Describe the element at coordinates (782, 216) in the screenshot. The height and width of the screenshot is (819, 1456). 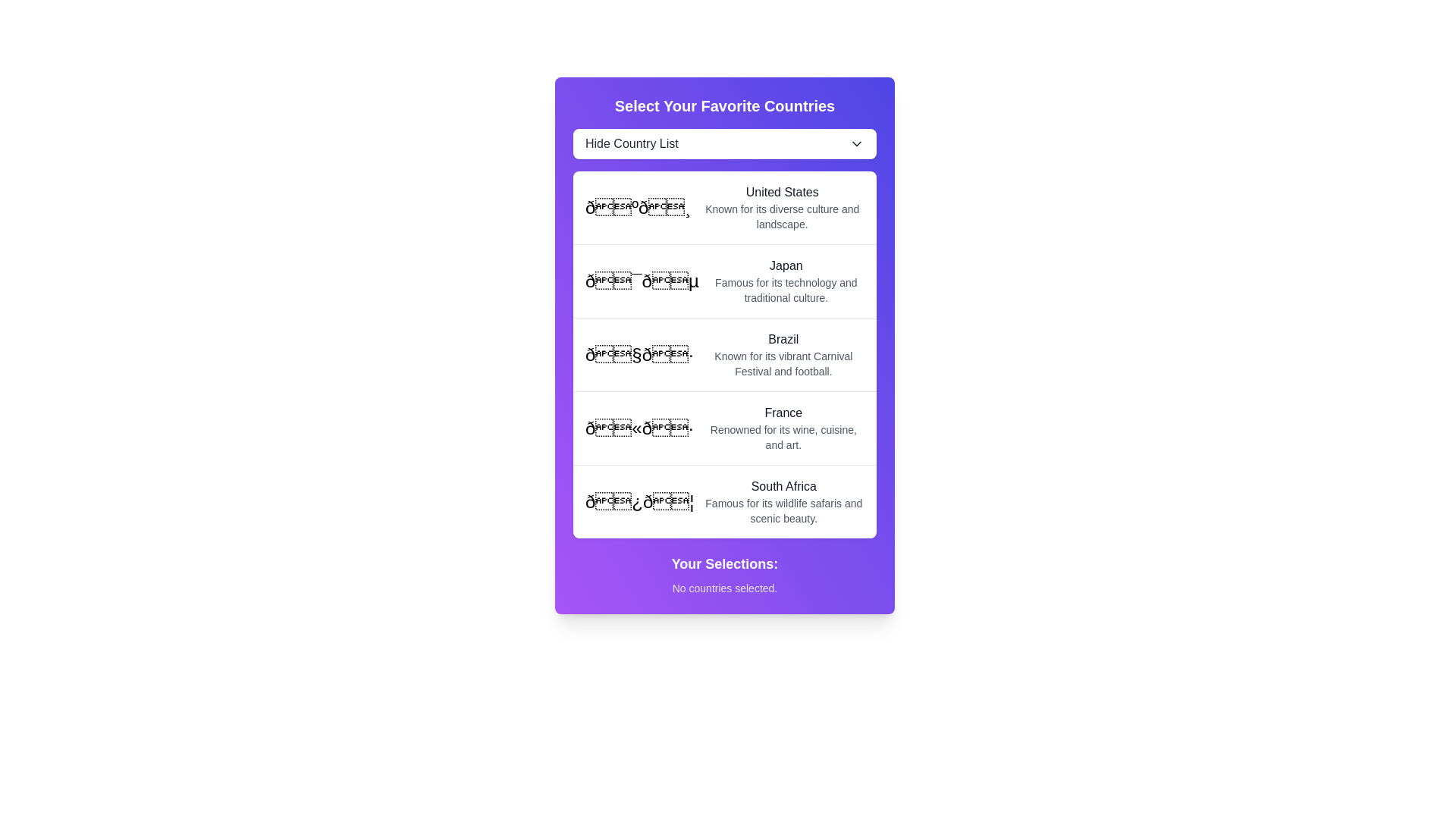
I see `the text block displaying 'Known for its diverse culture and landscape.' which is located beneath the header 'United States'` at that location.